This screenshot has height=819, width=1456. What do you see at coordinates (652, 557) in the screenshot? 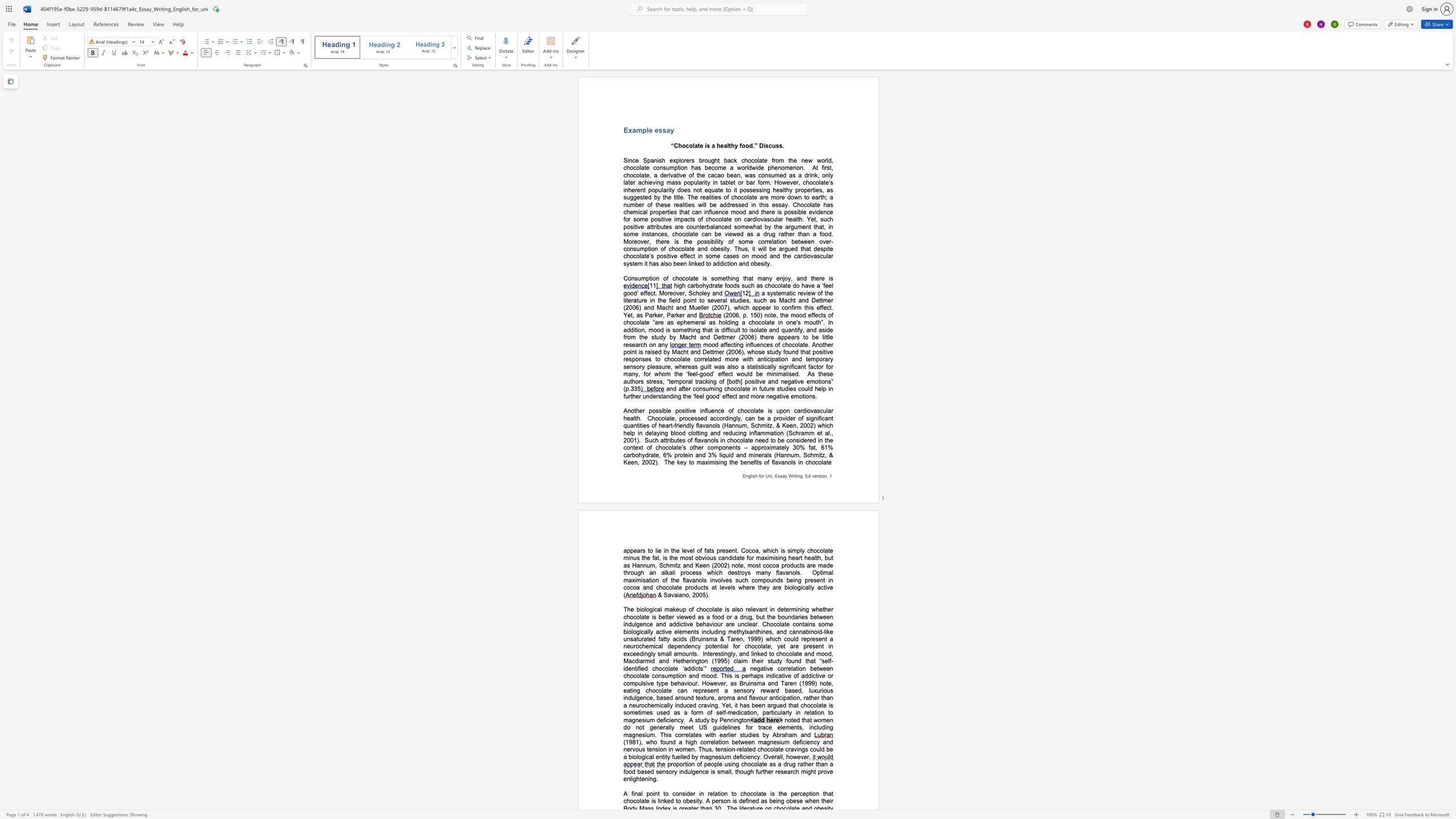
I see `the subset text "fat, is the most obvious candidate for maximising heart health, but as Hannum, Schmitz and Keen (2002) note, most cocoa products are made through an alkali p" within the text "appears to lie in the level of fats present. Cocoa, which is simply chocolate minus the fat, is the most obvious candidate for maximising heart health, but as Hannum, Schmitz and Keen (2002) note, most cocoa products are made through an alkali process which destroys many flavanols"` at bounding box center [652, 557].